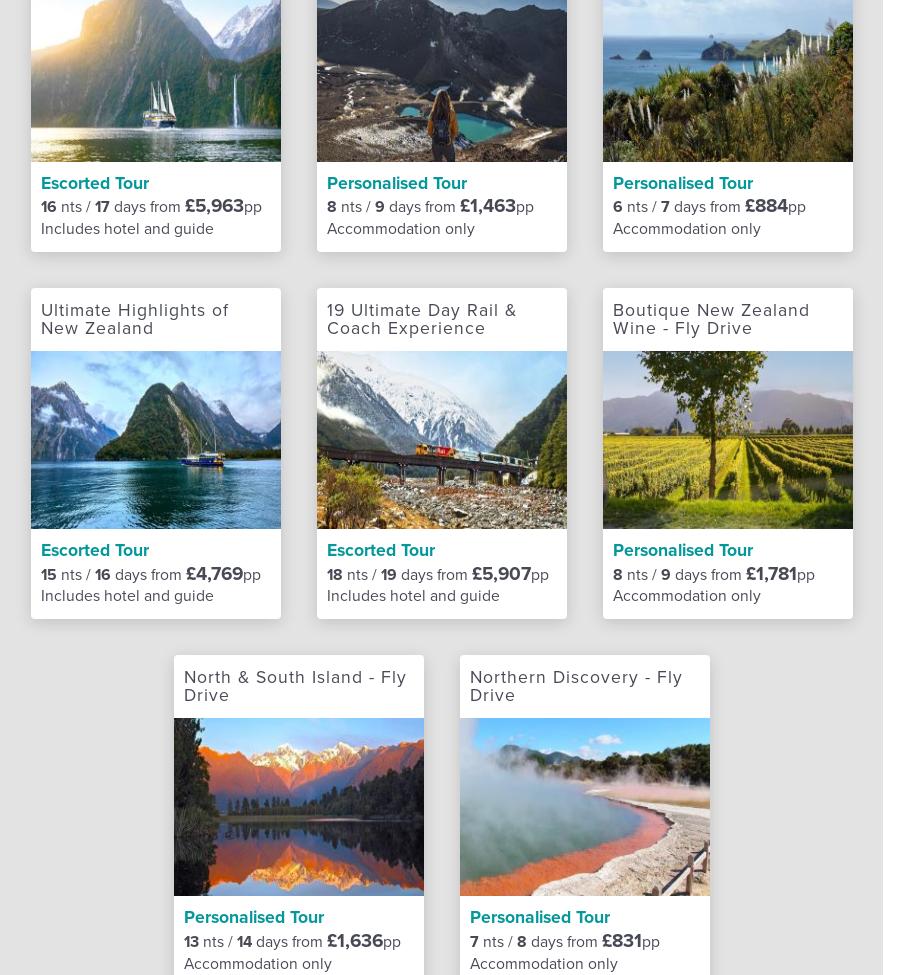 The height and width of the screenshot is (975, 900). What do you see at coordinates (399, 83) in the screenshot?
I see `'4 hotels'` at bounding box center [399, 83].